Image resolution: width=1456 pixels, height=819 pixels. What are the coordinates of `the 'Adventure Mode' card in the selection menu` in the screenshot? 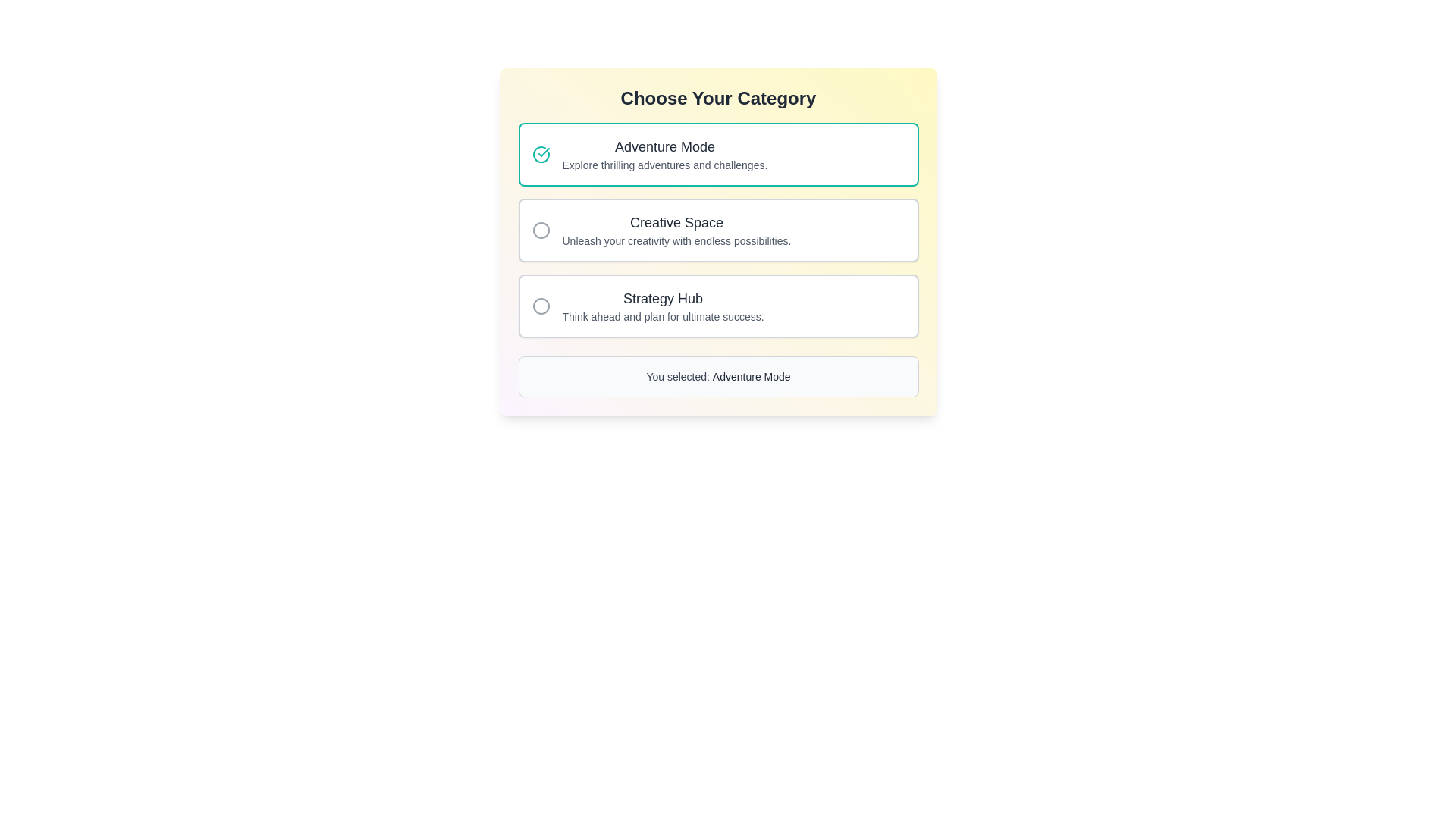 It's located at (664, 155).